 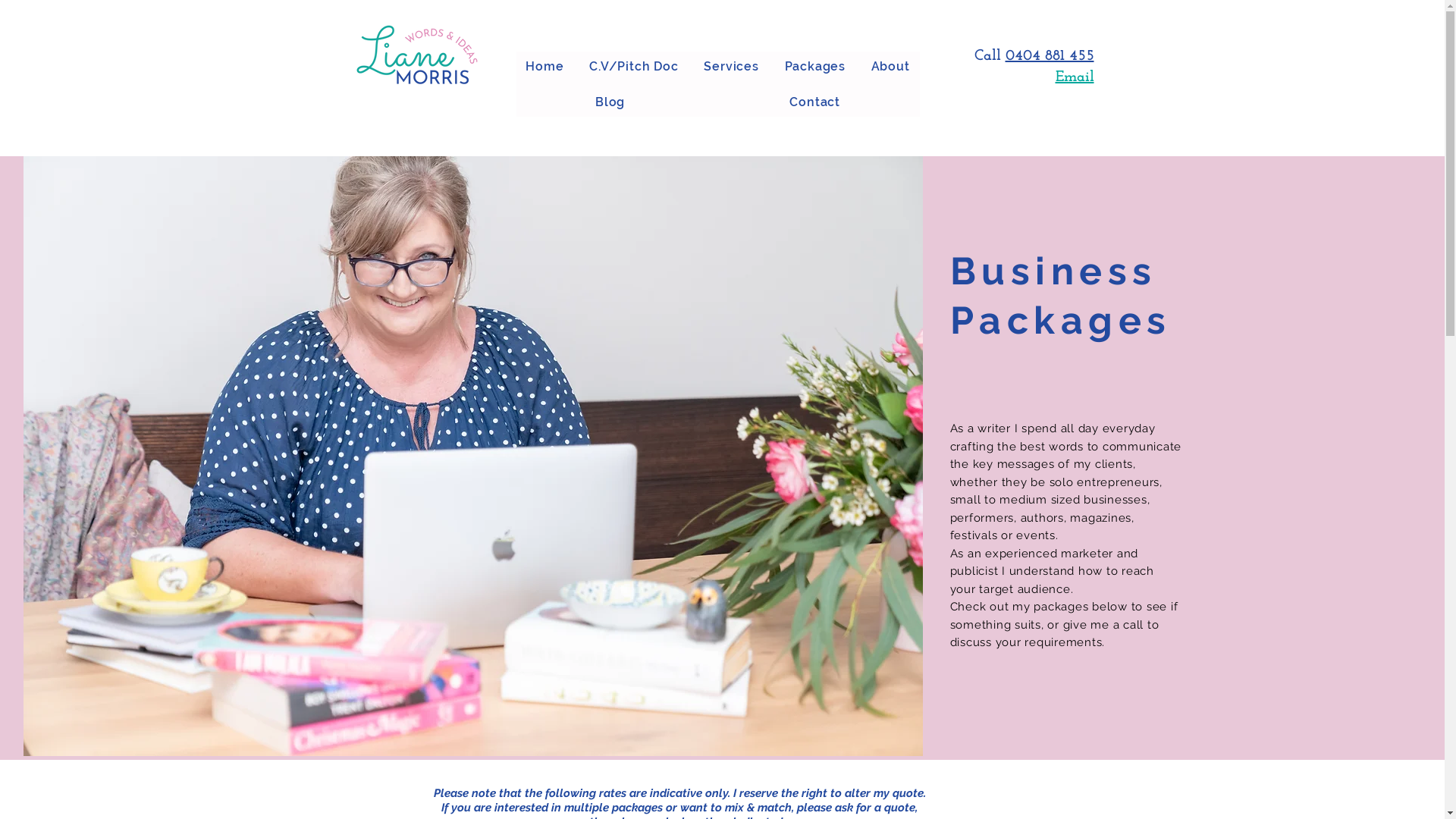 What do you see at coordinates (731, 65) in the screenshot?
I see `'Services'` at bounding box center [731, 65].